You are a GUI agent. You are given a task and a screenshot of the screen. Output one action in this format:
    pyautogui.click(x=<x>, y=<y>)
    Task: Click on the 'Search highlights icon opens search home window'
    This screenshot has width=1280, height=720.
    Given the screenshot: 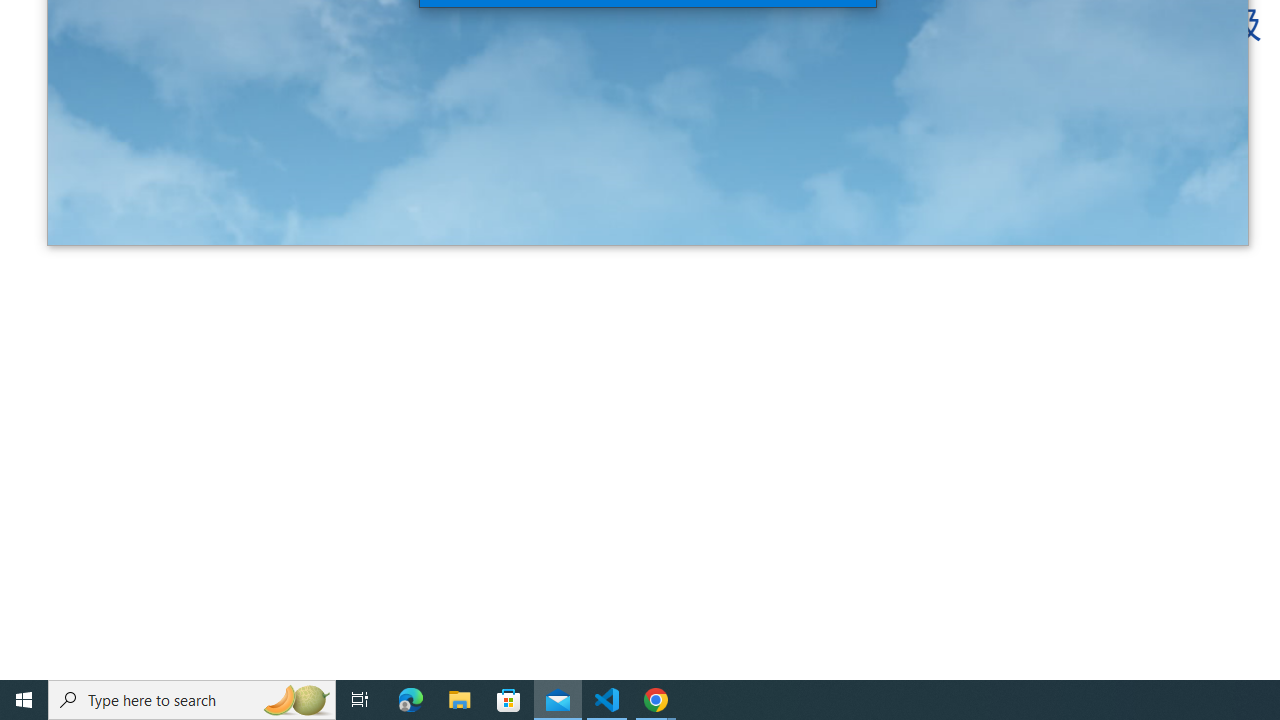 What is the action you would take?
    pyautogui.click(x=294, y=698)
    